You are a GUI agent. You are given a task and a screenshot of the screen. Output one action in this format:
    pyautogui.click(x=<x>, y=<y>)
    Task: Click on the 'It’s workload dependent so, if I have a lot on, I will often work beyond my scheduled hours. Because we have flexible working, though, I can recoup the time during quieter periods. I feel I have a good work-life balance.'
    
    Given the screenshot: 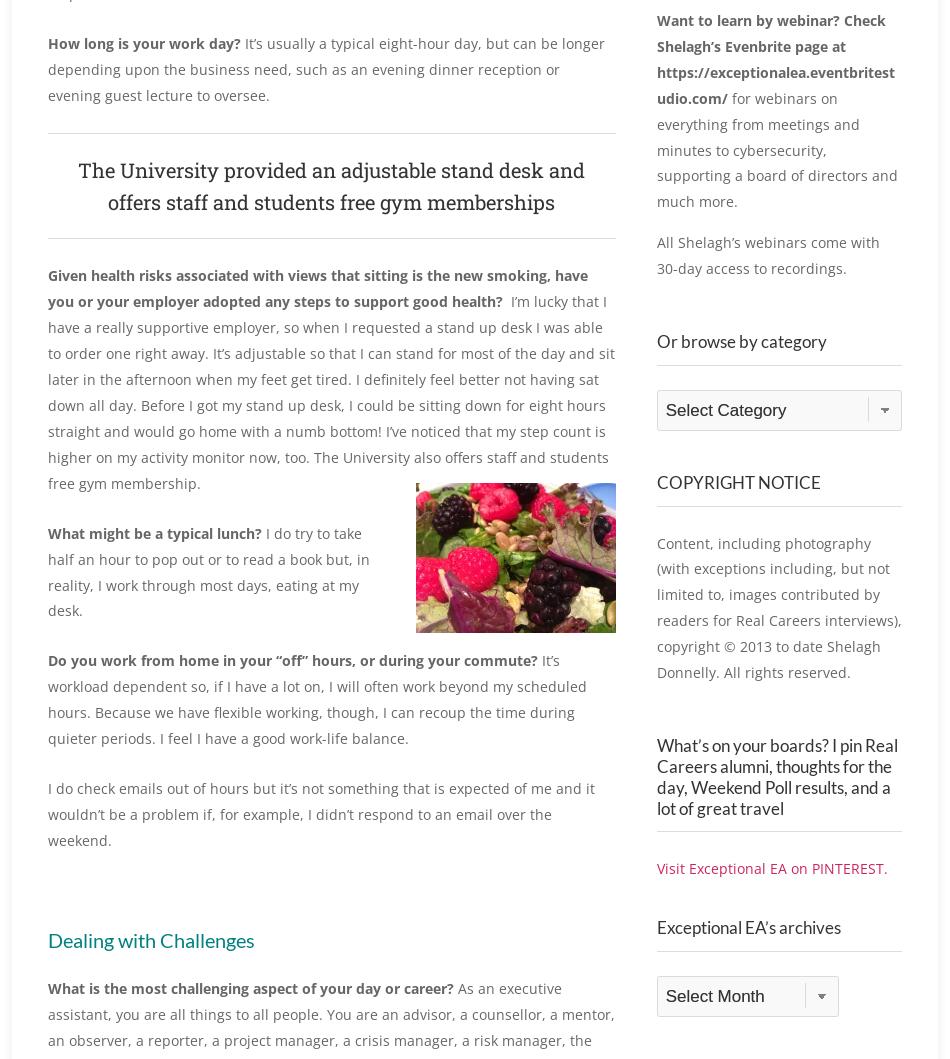 What is the action you would take?
    pyautogui.click(x=316, y=699)
    